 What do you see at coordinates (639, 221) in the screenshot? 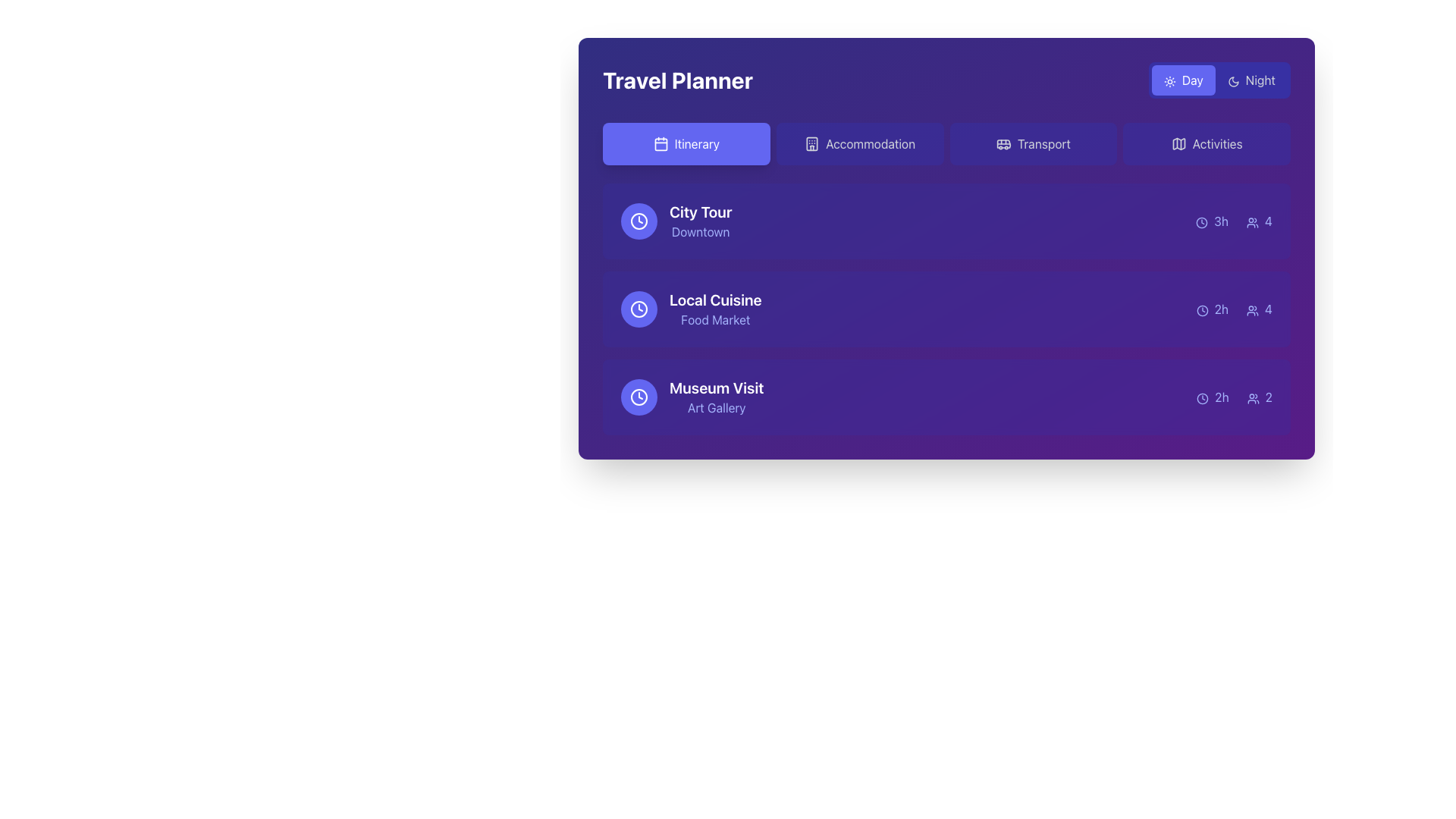
I see `the circular clock icon with a gradient indigo background located to the left of the 'City Tour' and 'Downtown' text in the 'Travel Planner' section` at bounding box center [639, 221].